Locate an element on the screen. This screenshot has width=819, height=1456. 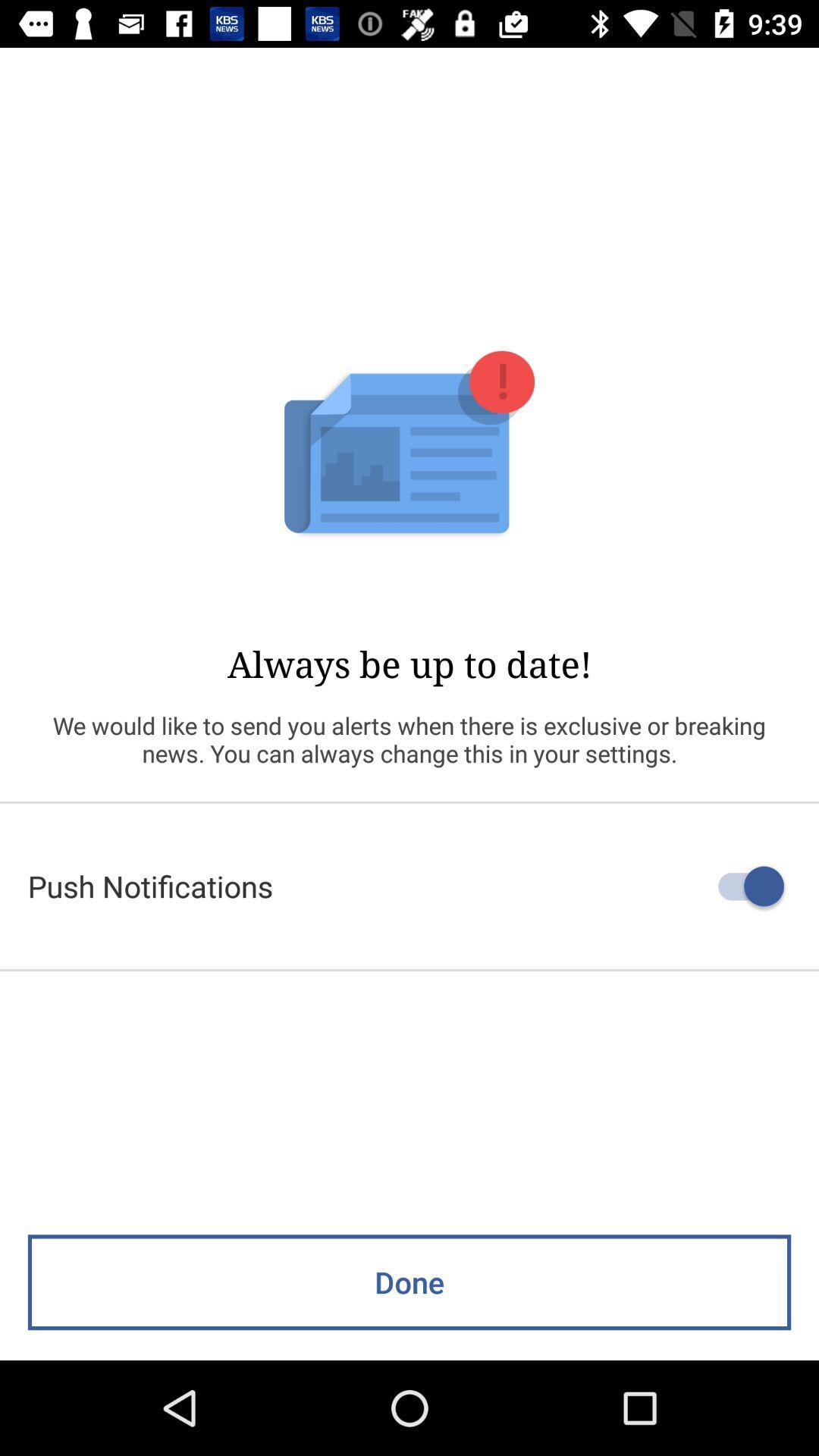
push notifications item is located at coordinates (409, 886).